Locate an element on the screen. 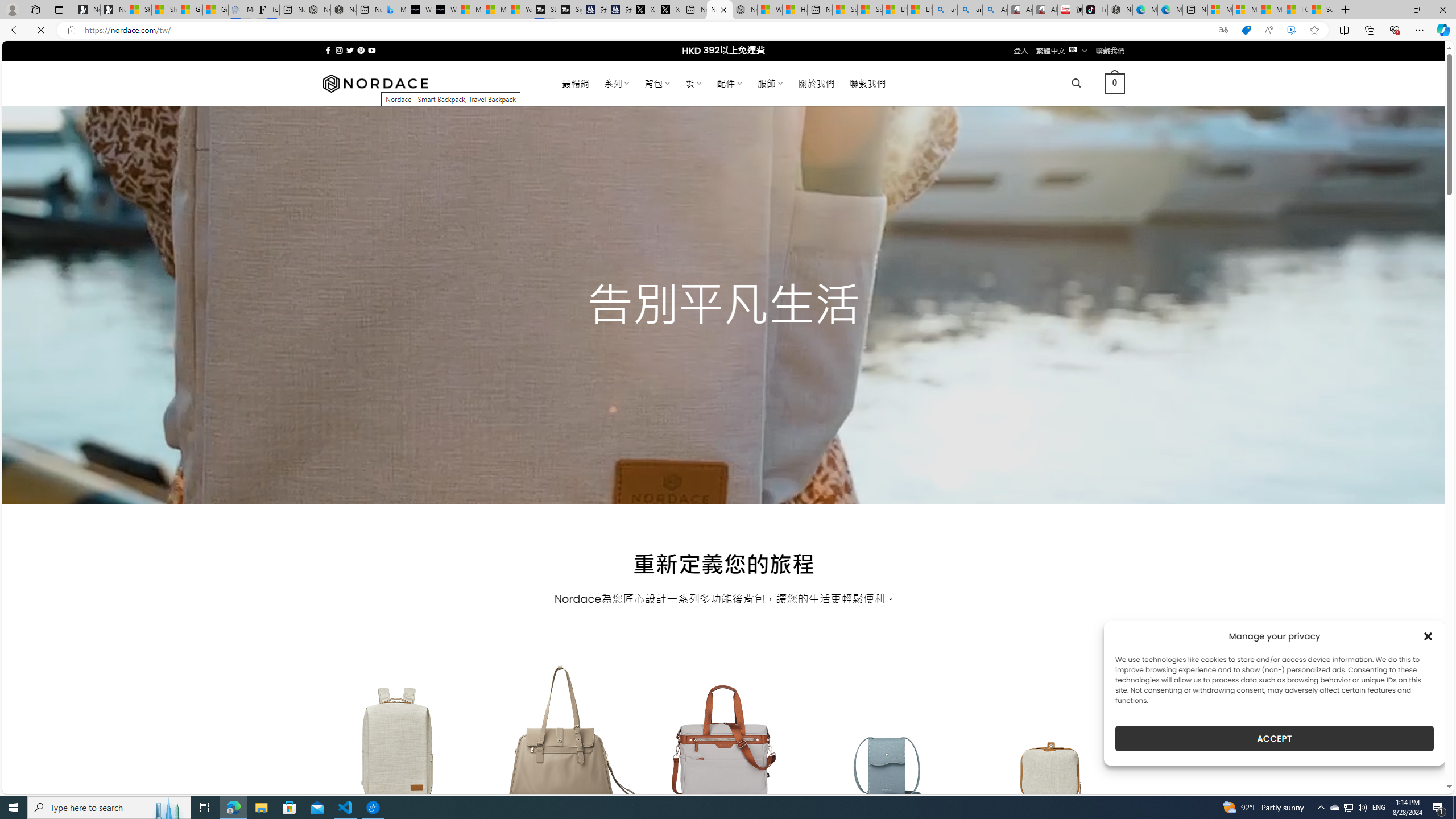 The width and height of the screenshot is (1456, 819). 'Streaming Coverage | T3' is located at coordinates (544, 9).